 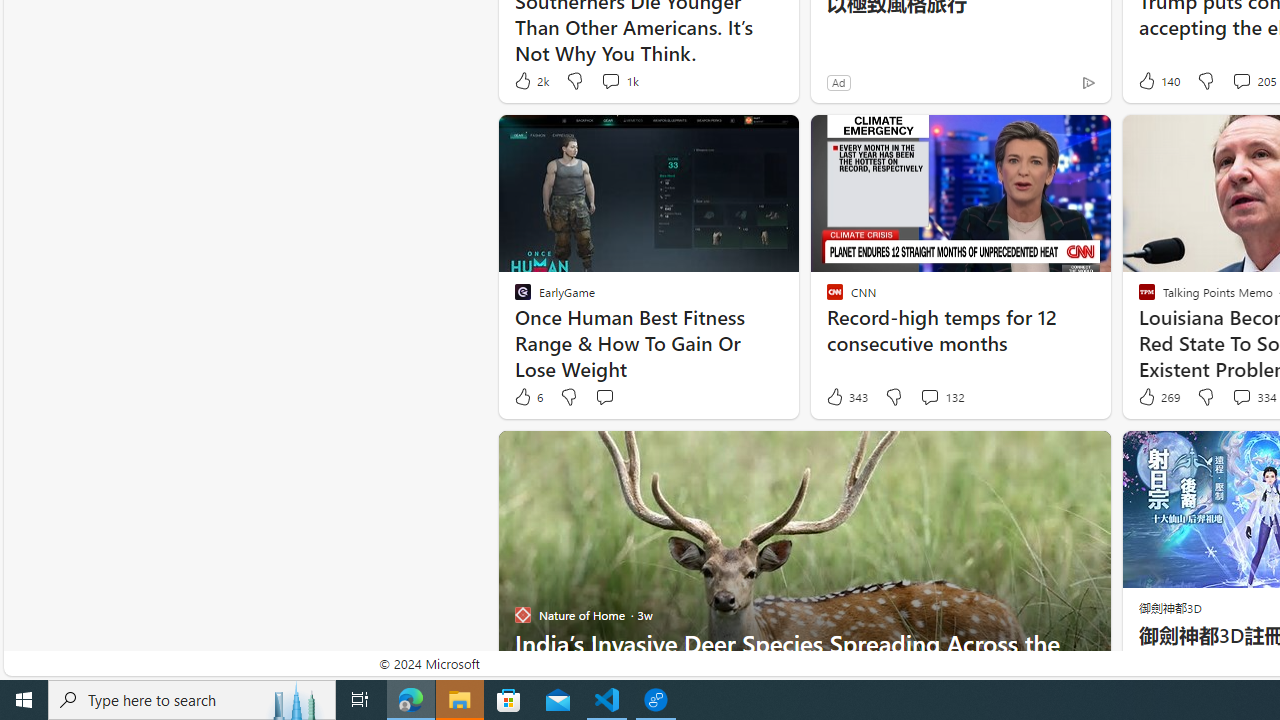 I want to click on '2k Like', so click(x=530, y=80).